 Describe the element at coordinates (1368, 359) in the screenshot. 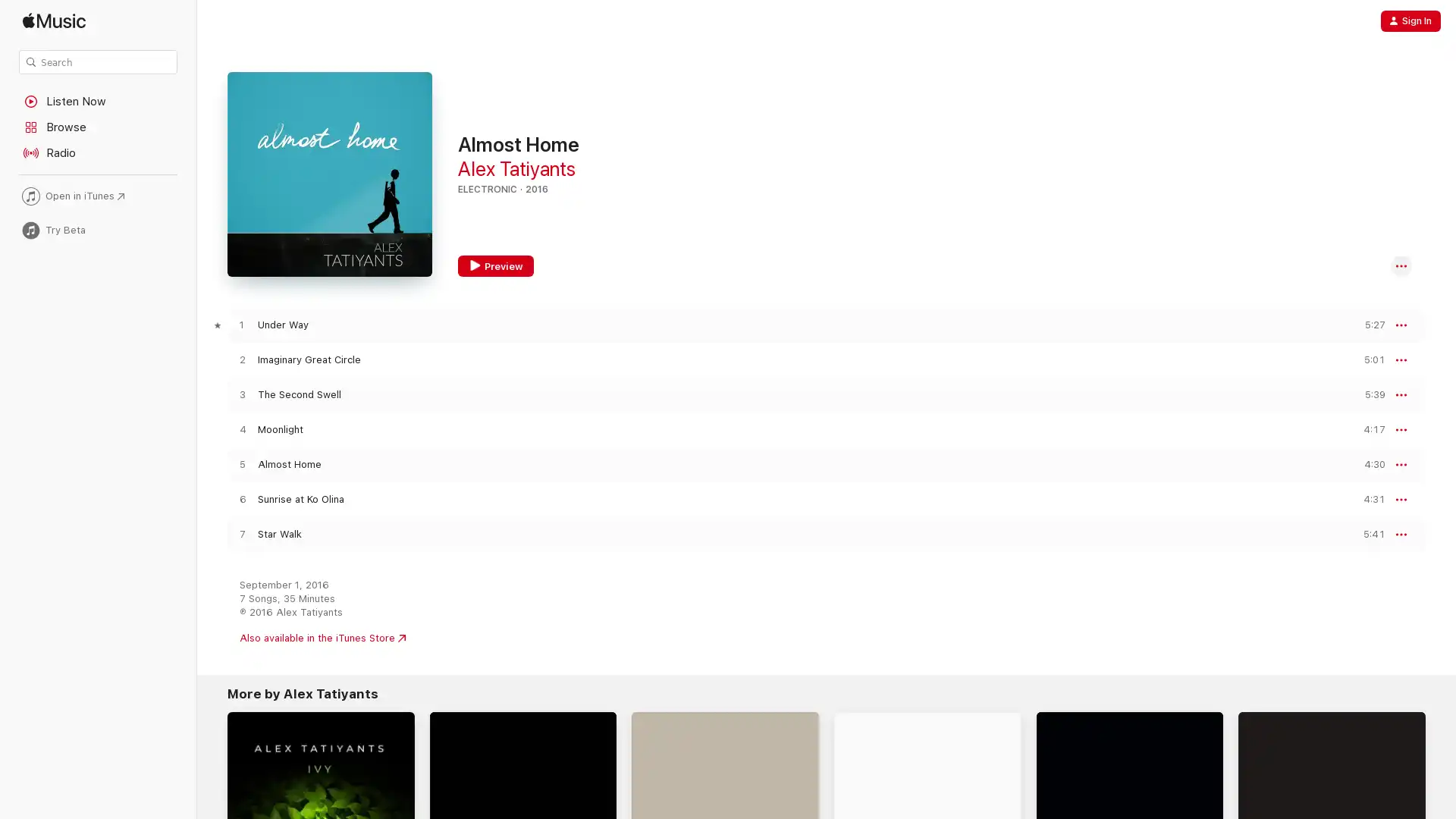

I see `Preview` at that location.